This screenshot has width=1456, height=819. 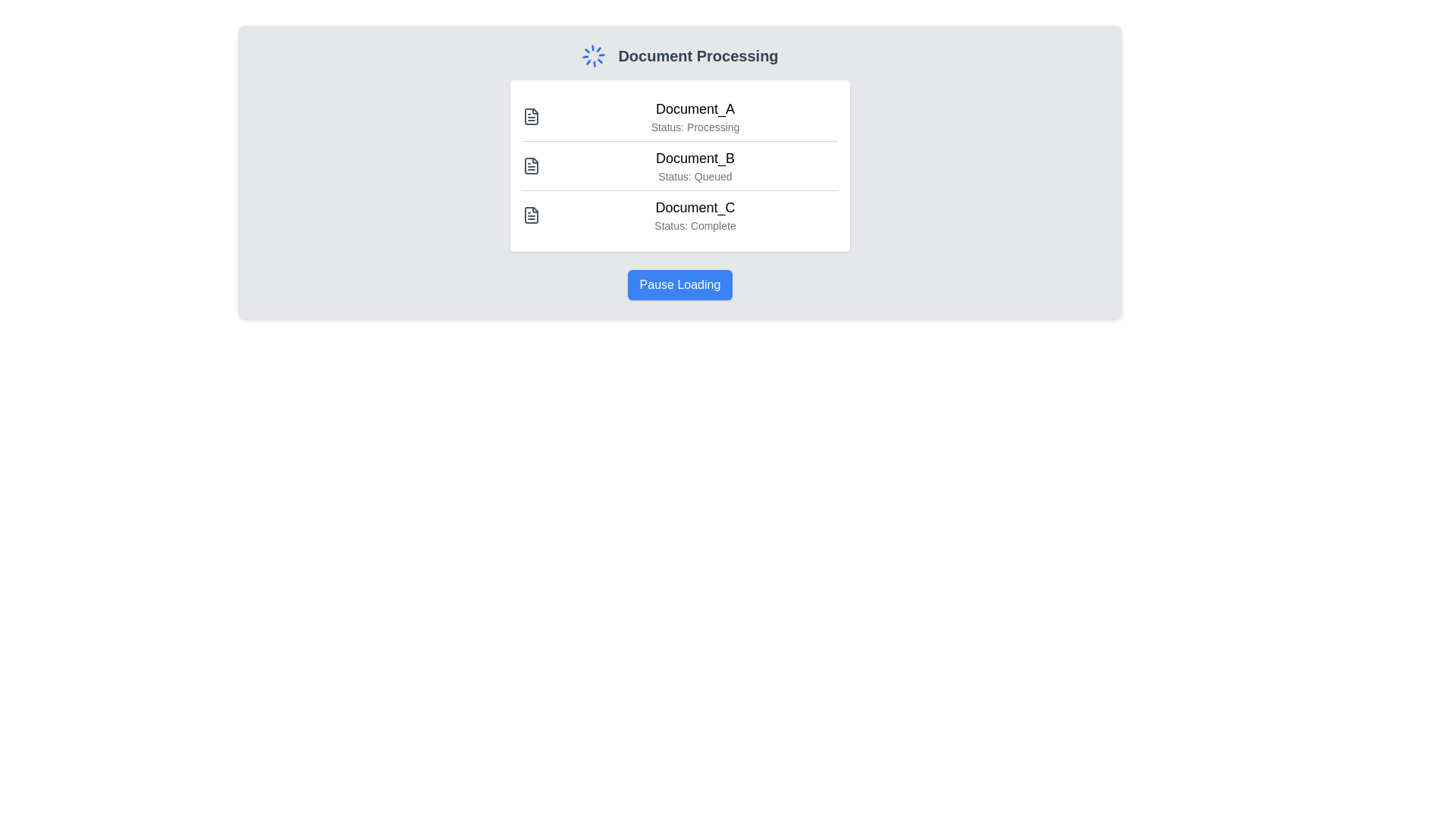 What do you see at coordinates (531, 215) in the screenshot?
I see `the document icon representing 'Document_C' with status 'Complete', which is the leftmost icon in its row` at bounding box center [531, 215].